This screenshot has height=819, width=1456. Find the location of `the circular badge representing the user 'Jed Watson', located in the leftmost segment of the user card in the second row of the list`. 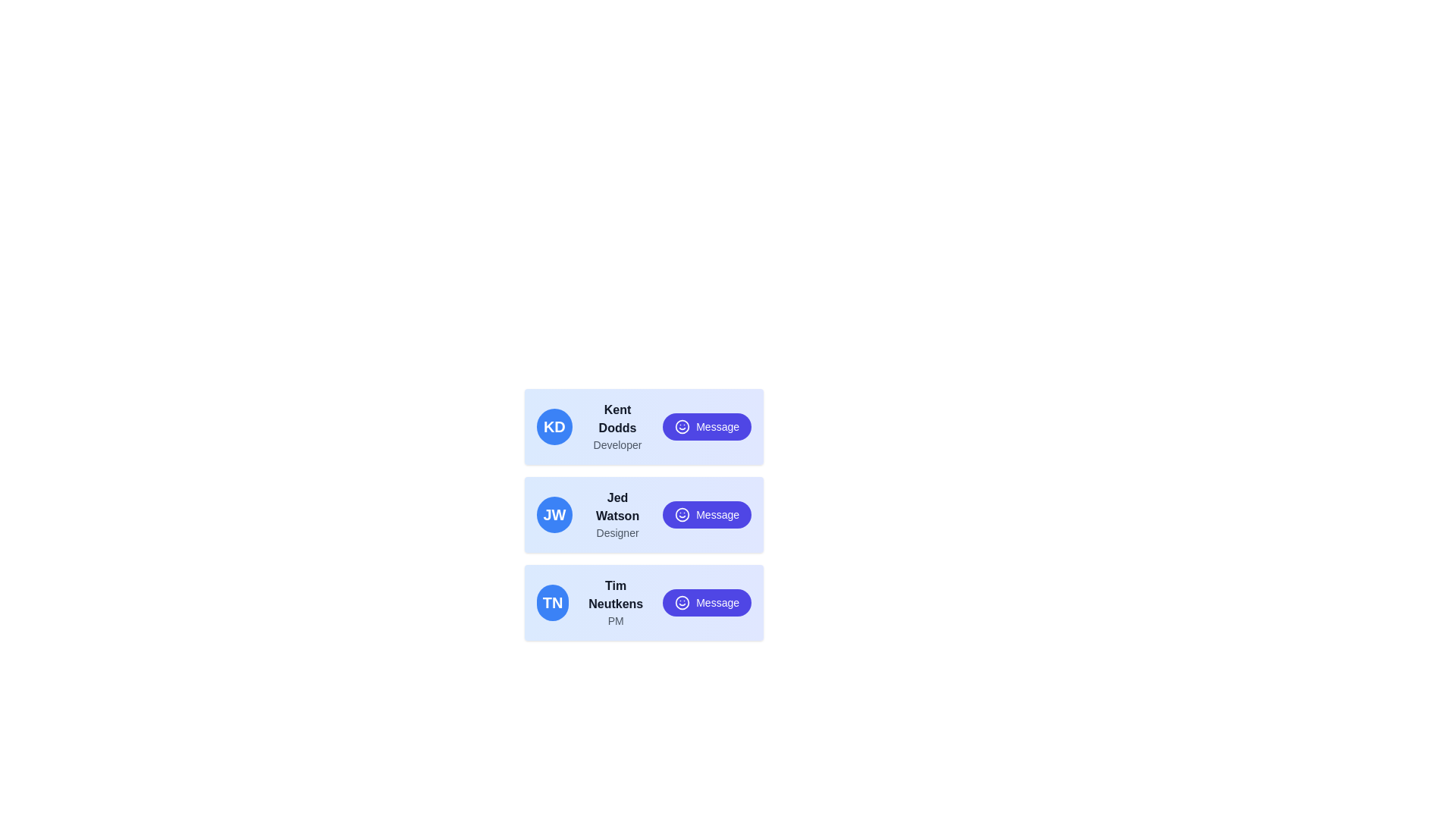

the circular badge representing the user 'Jed Watson', located in the leftmost segment of the user card in the second row of the list is located at coordinates (554, 513).